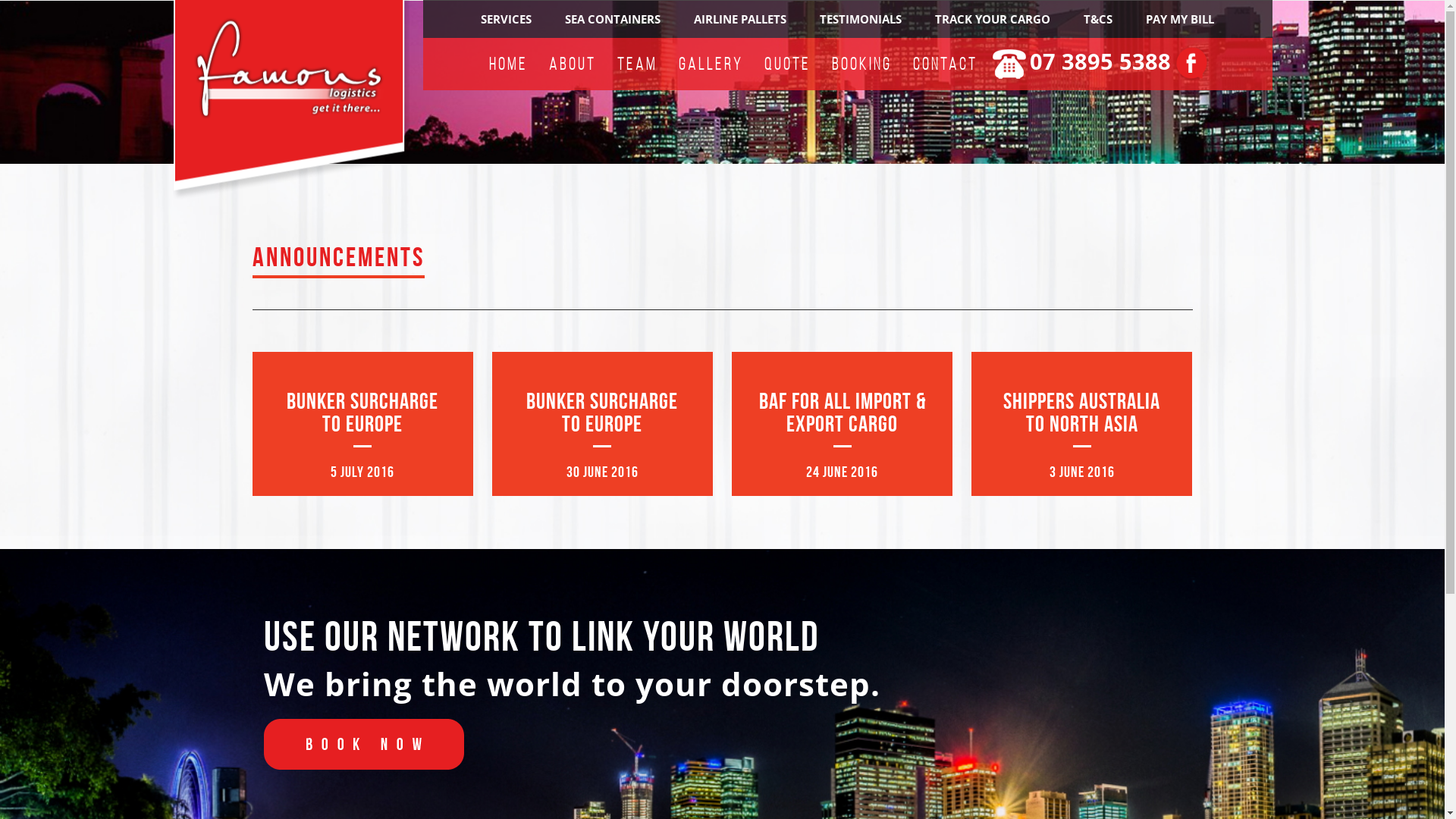 The width and height of the screenshot is (1456, 819). What do you see at coordinates (612, 18) in the screenshot?
I see `'SEA CONTAINERS'` at bounding box center [612, 18].